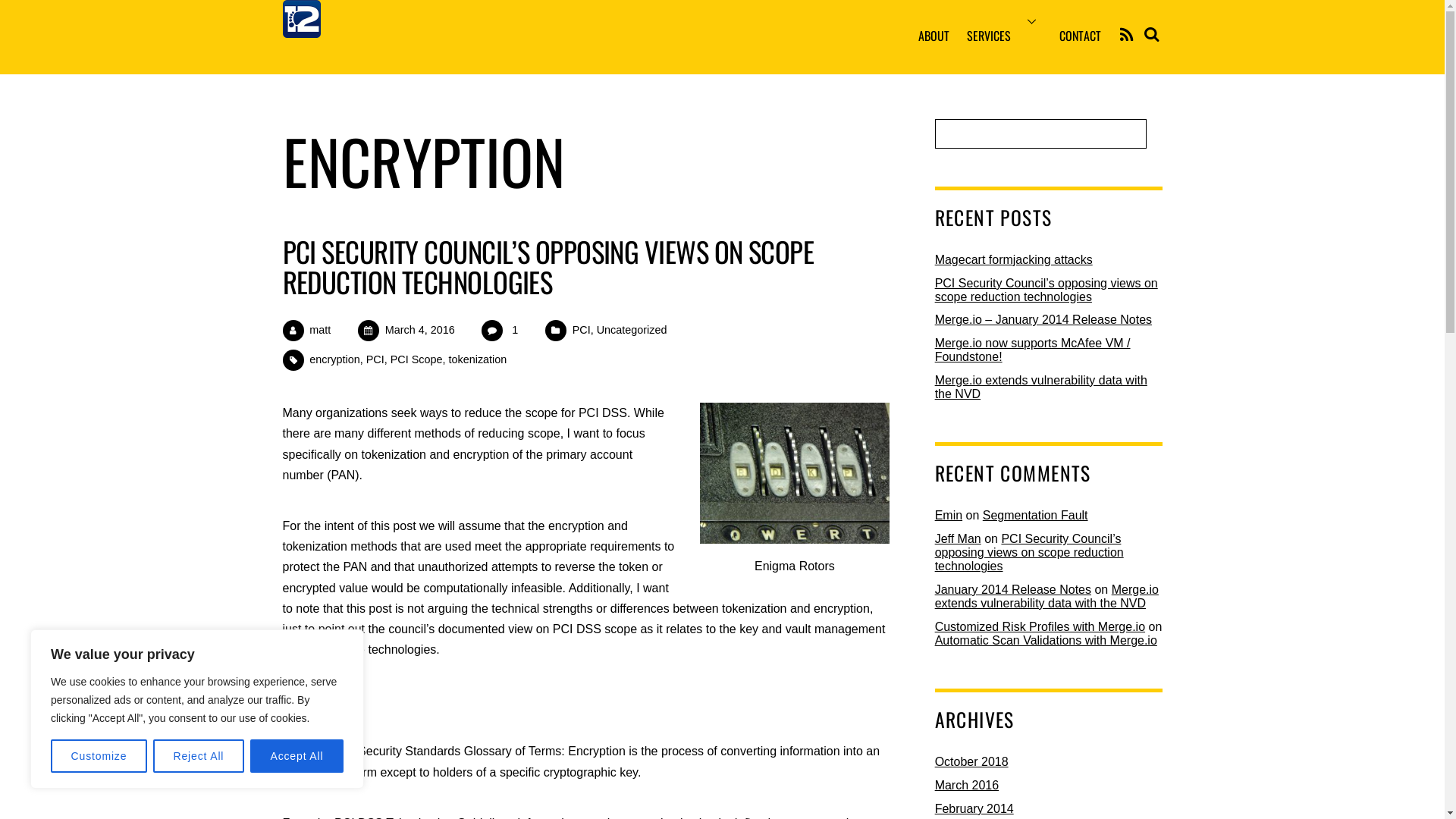  Describe the element at coordinates (966, 785) in the screenshot. I see `'March 2016'` at that location.